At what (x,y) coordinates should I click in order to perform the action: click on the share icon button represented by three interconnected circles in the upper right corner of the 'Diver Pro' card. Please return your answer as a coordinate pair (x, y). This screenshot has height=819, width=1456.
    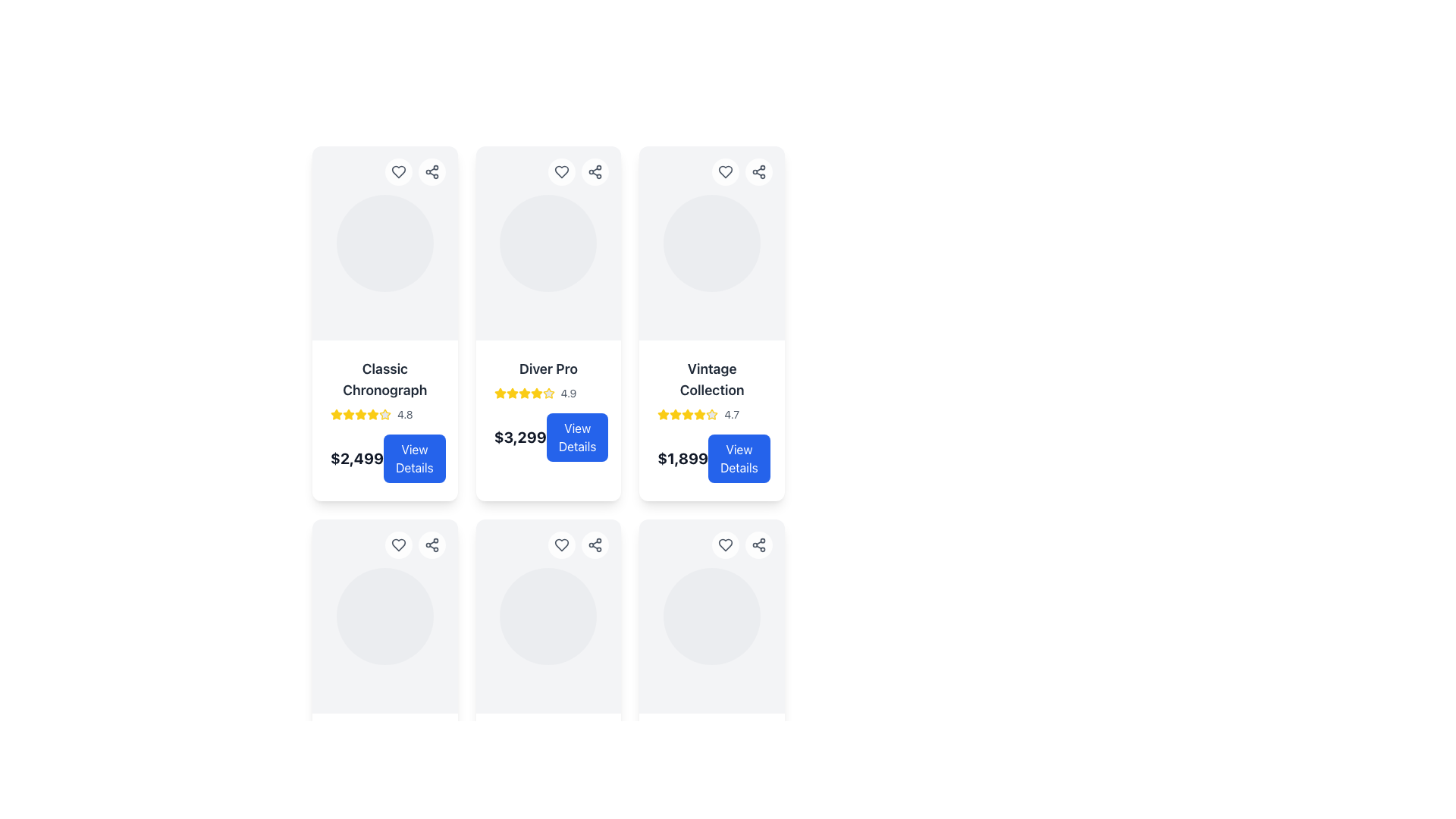
    Looking at the image, I should click on (431, 544).